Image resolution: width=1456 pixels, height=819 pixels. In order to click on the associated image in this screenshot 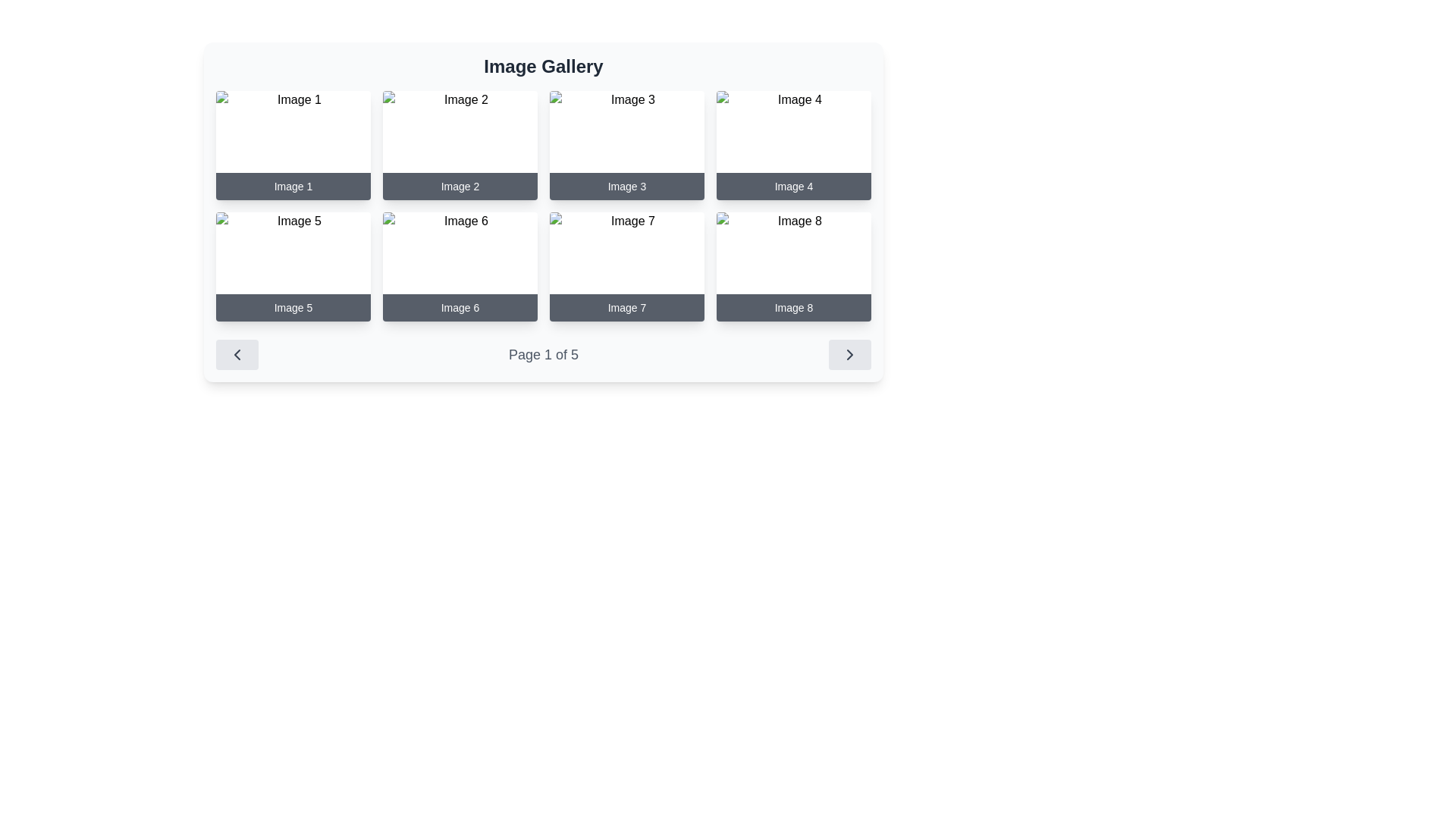, I will do `click(293, 186)`.